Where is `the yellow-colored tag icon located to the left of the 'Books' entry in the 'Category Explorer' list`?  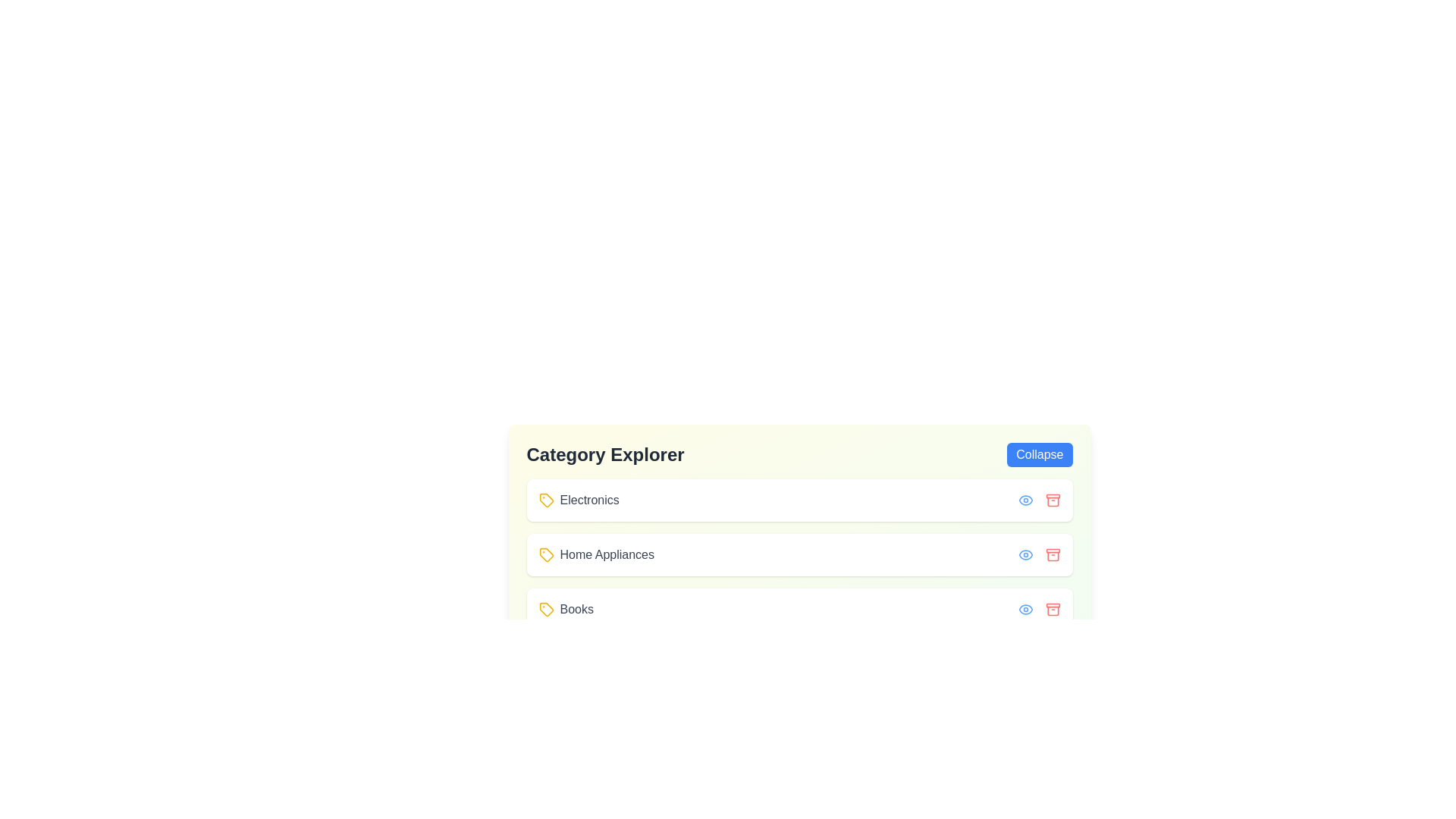
the yellow-colored tag icon located to the left of the 'Books' entry in the 'Category Explorer' list is located at coordinates (546, 608).